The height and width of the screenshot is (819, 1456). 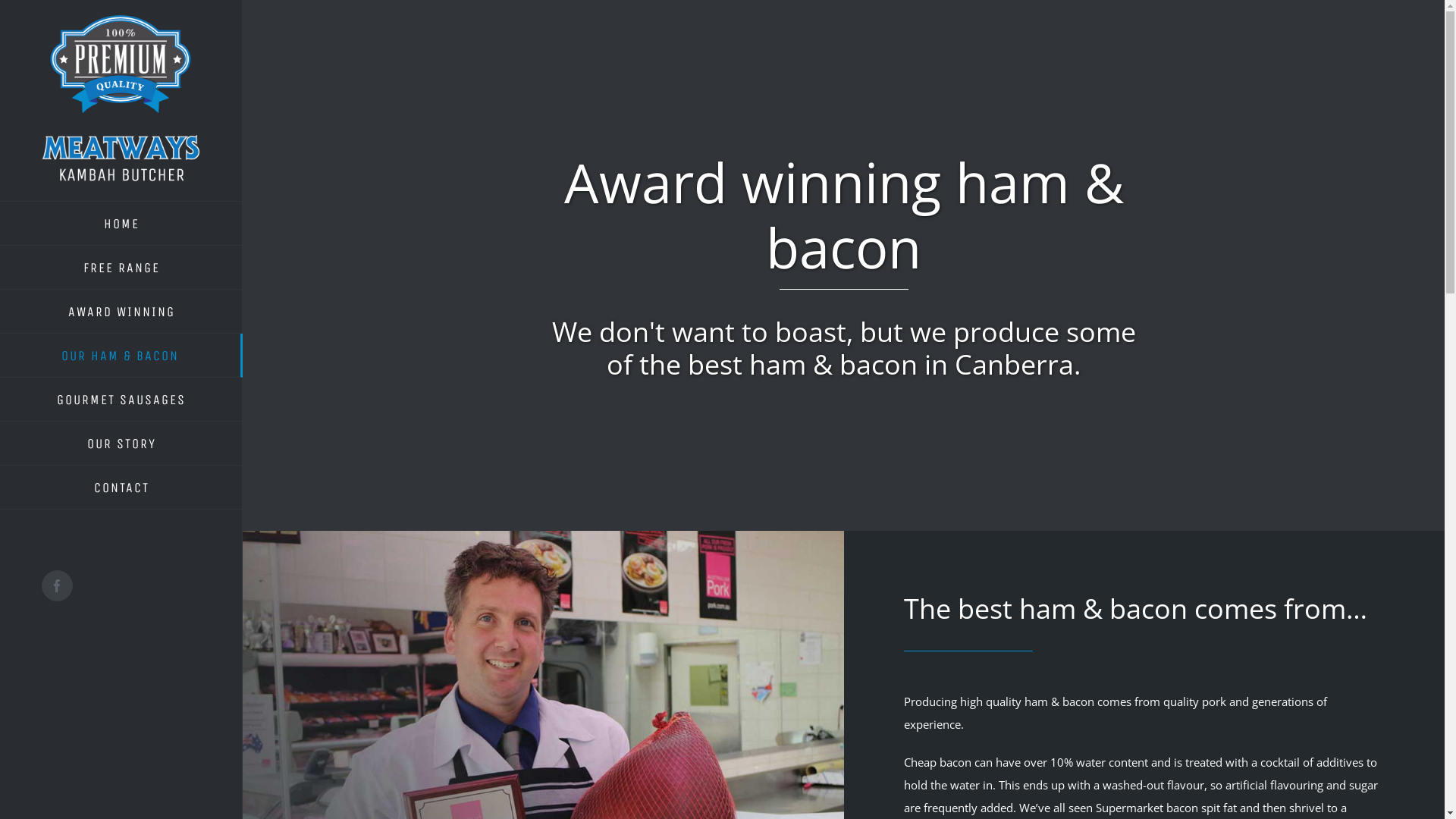 What do you see at coordinates (57, 585) in the screenshot?
I see `'Facebook'` at bounding box center [57, 585].